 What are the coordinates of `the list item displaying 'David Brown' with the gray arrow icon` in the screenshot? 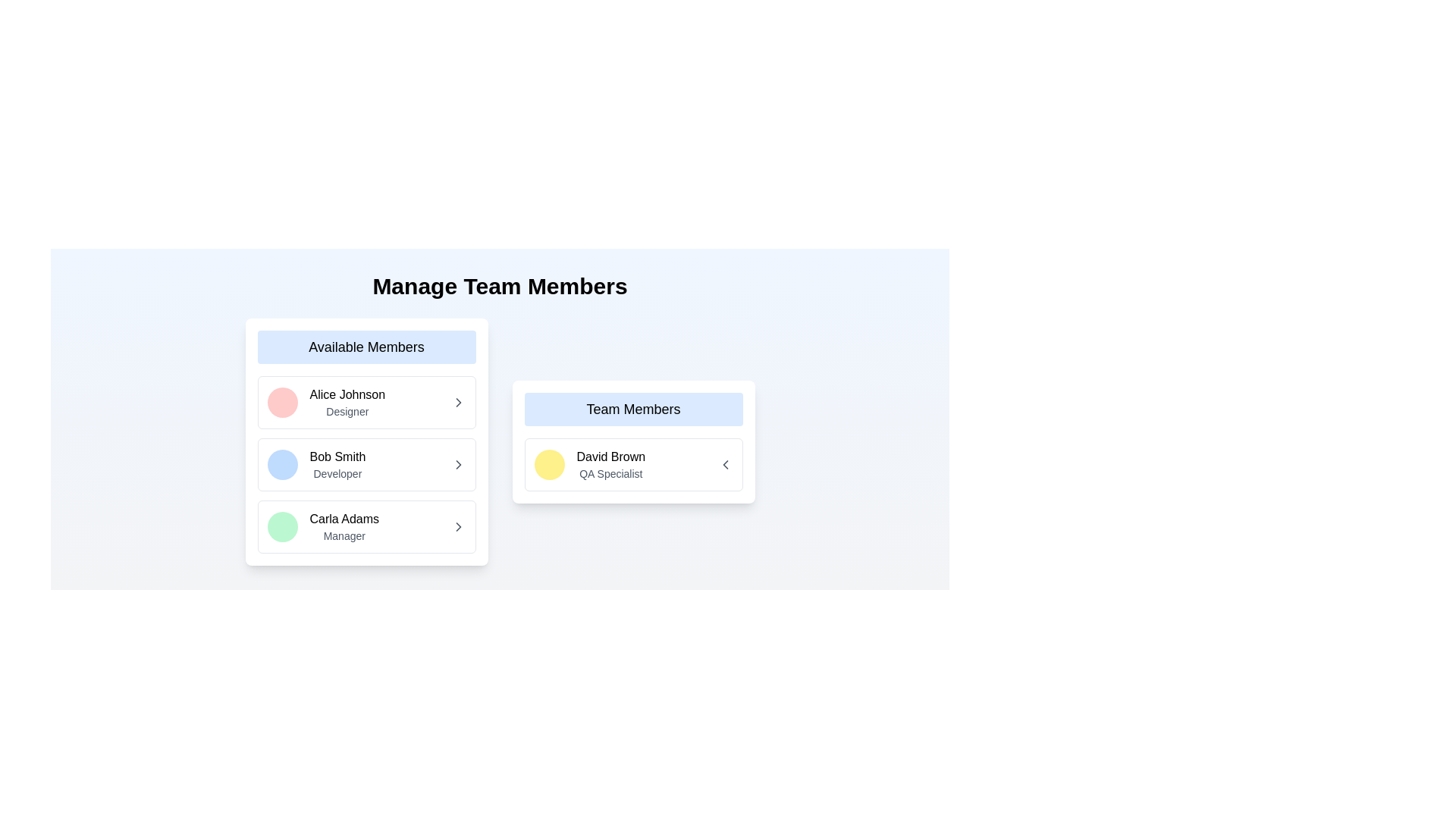 It's located at (633, 464).